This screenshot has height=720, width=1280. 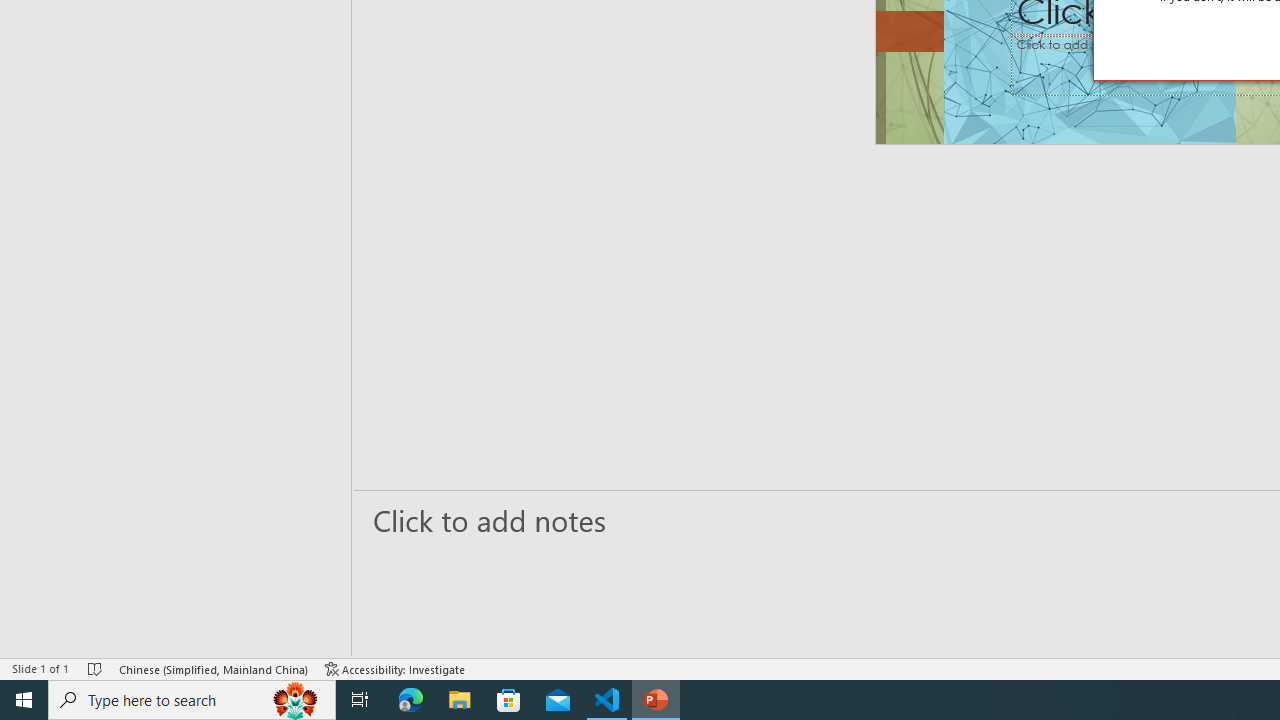 What do you see at coordinates (656, 698) in the screenshot?
I see `'PowerPoint - 1 running window'` at bounding box center [656, 698].